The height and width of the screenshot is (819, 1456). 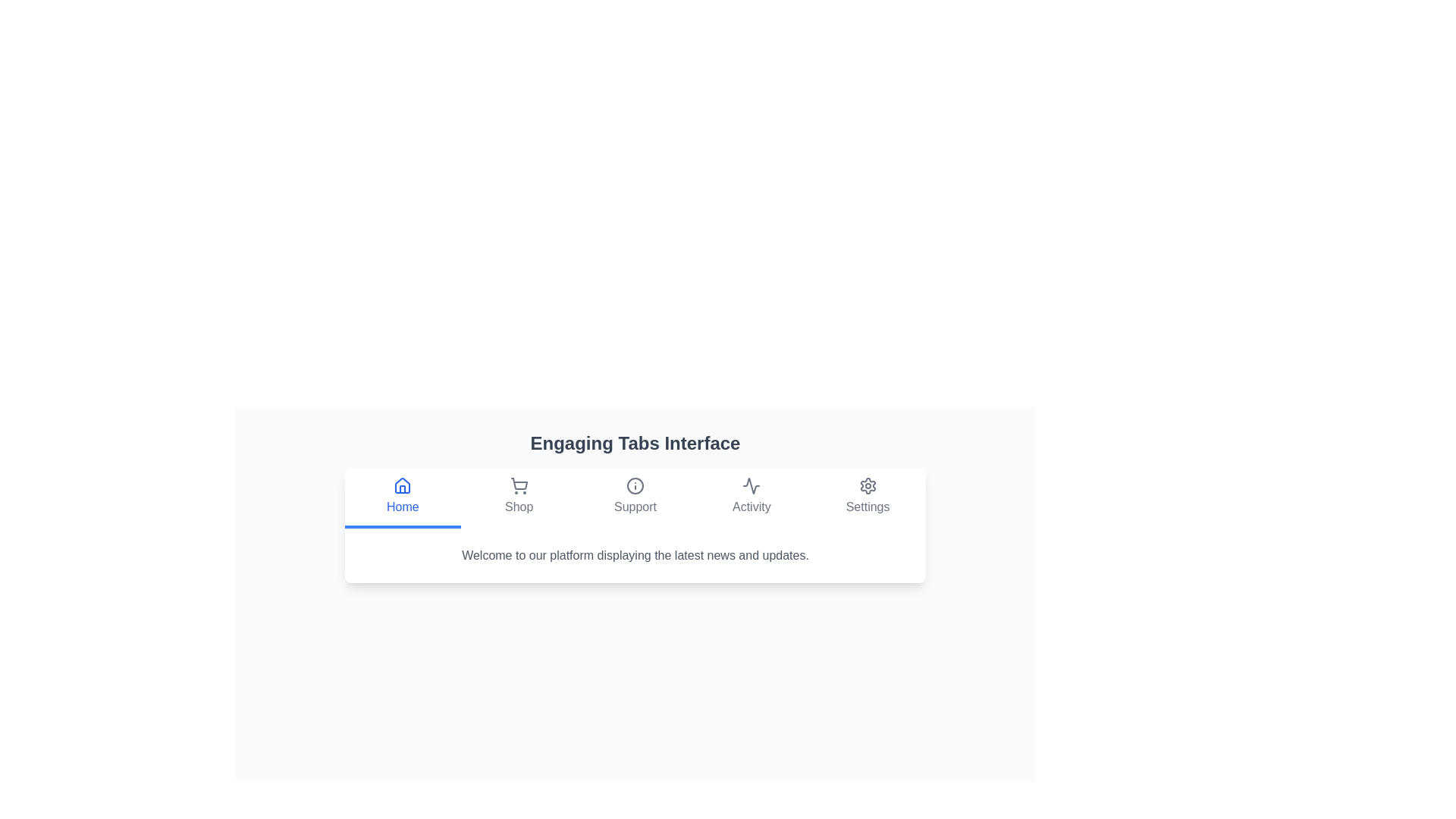 What do you see at coordinates (635, 444) in the screenshot?
I see `the text label that reads 'Engaging Tabs Interface', which is styled in bold, large font and dark gray color, positioned above the tabbed navigation bar` at bounding box center [635, 444].